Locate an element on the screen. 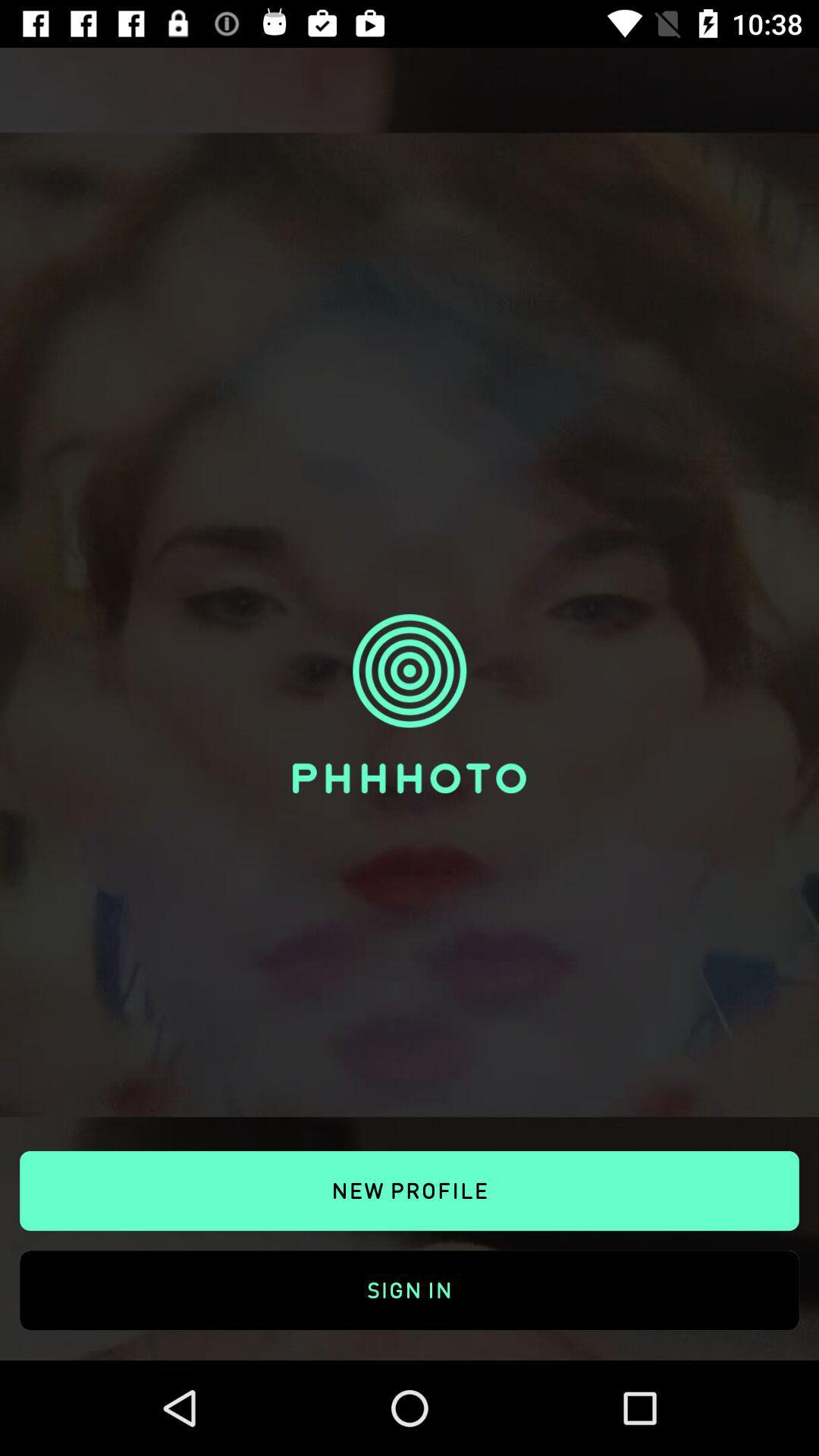  sign in is located at coordinates (409, 1273).